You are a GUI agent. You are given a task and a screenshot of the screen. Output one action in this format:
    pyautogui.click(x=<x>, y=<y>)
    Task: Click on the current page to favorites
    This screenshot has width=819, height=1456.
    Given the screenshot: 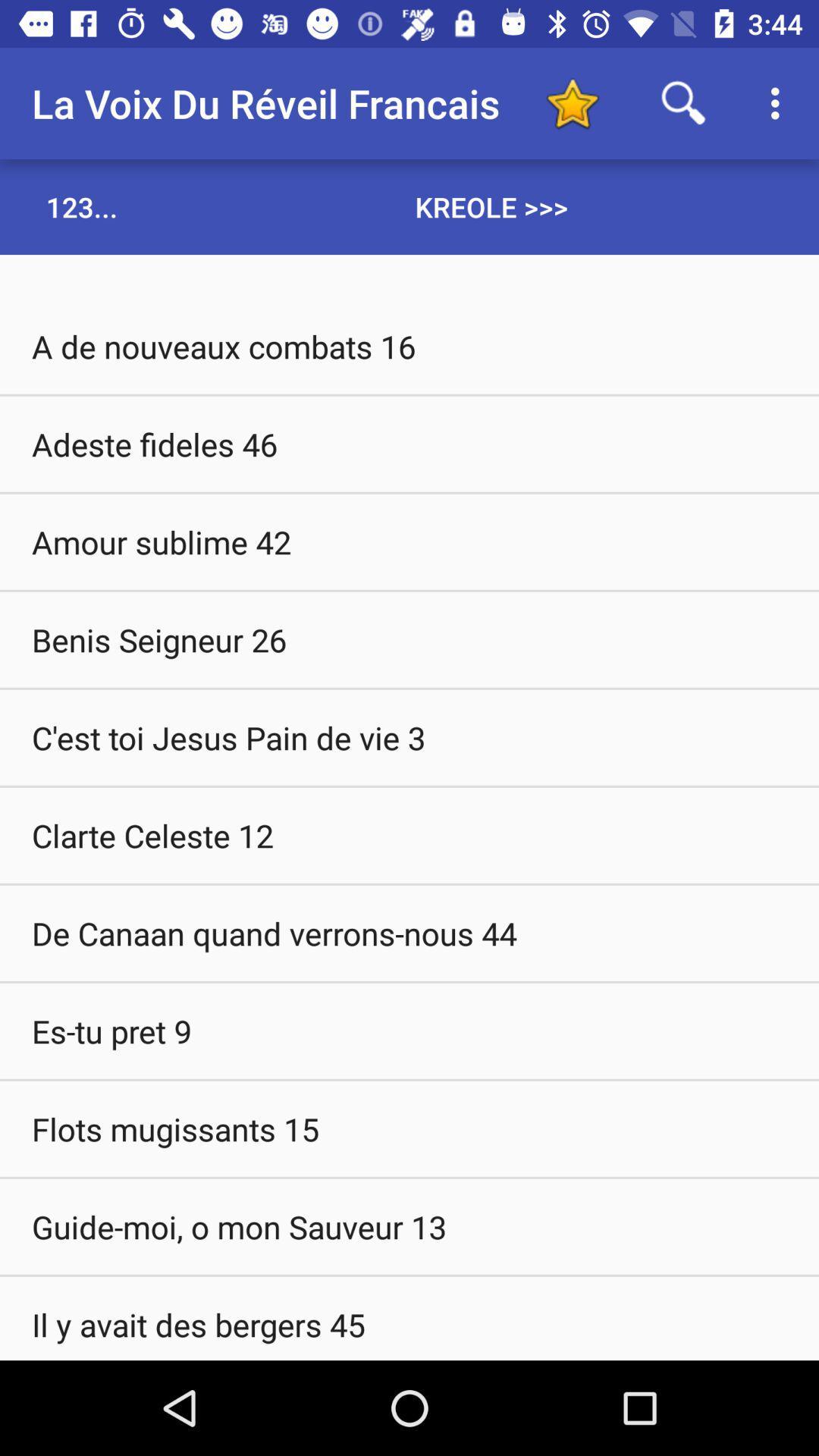 What is the action you would take?
    pyautogui.click(x=572, y=102)
    